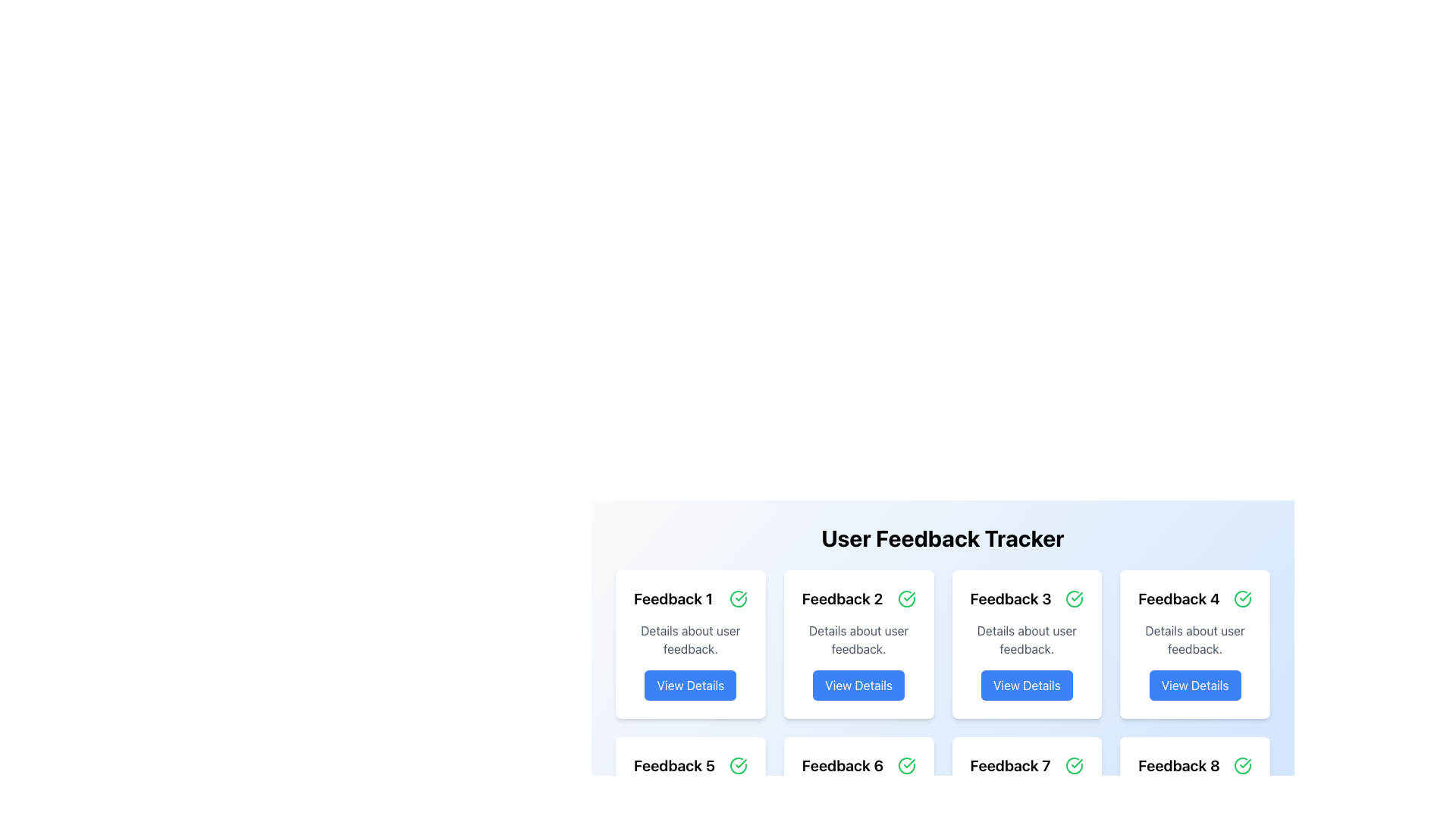 The image size is (1456, 819). Describe the element at coordinates (942, 537) in the screenshot. I see `the text component displaying the title 'User Feedback Tracker', which is a bold, large font centered at the top of the interface` at that location.